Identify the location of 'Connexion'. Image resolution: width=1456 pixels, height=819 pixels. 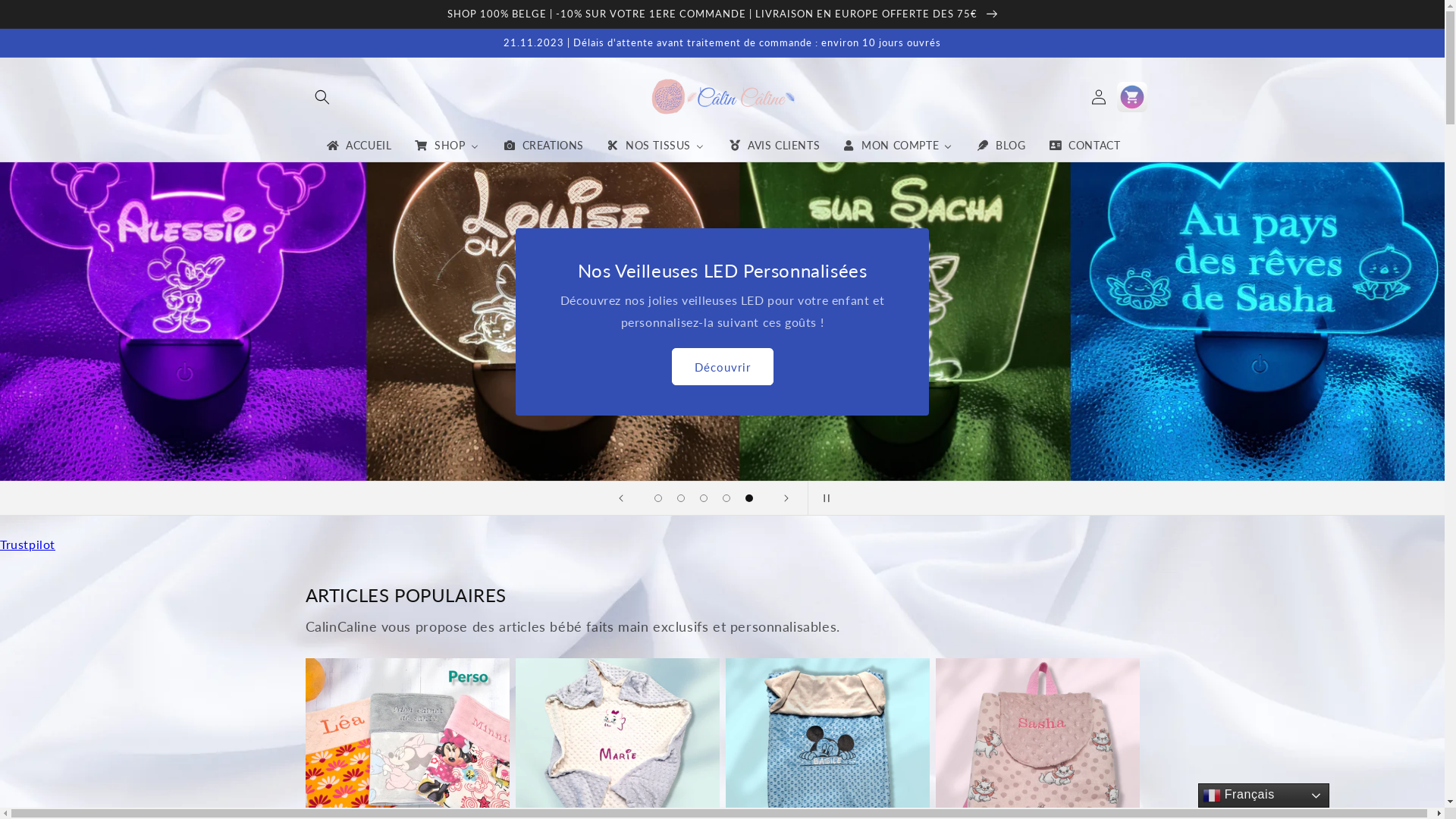
(1098, 96).